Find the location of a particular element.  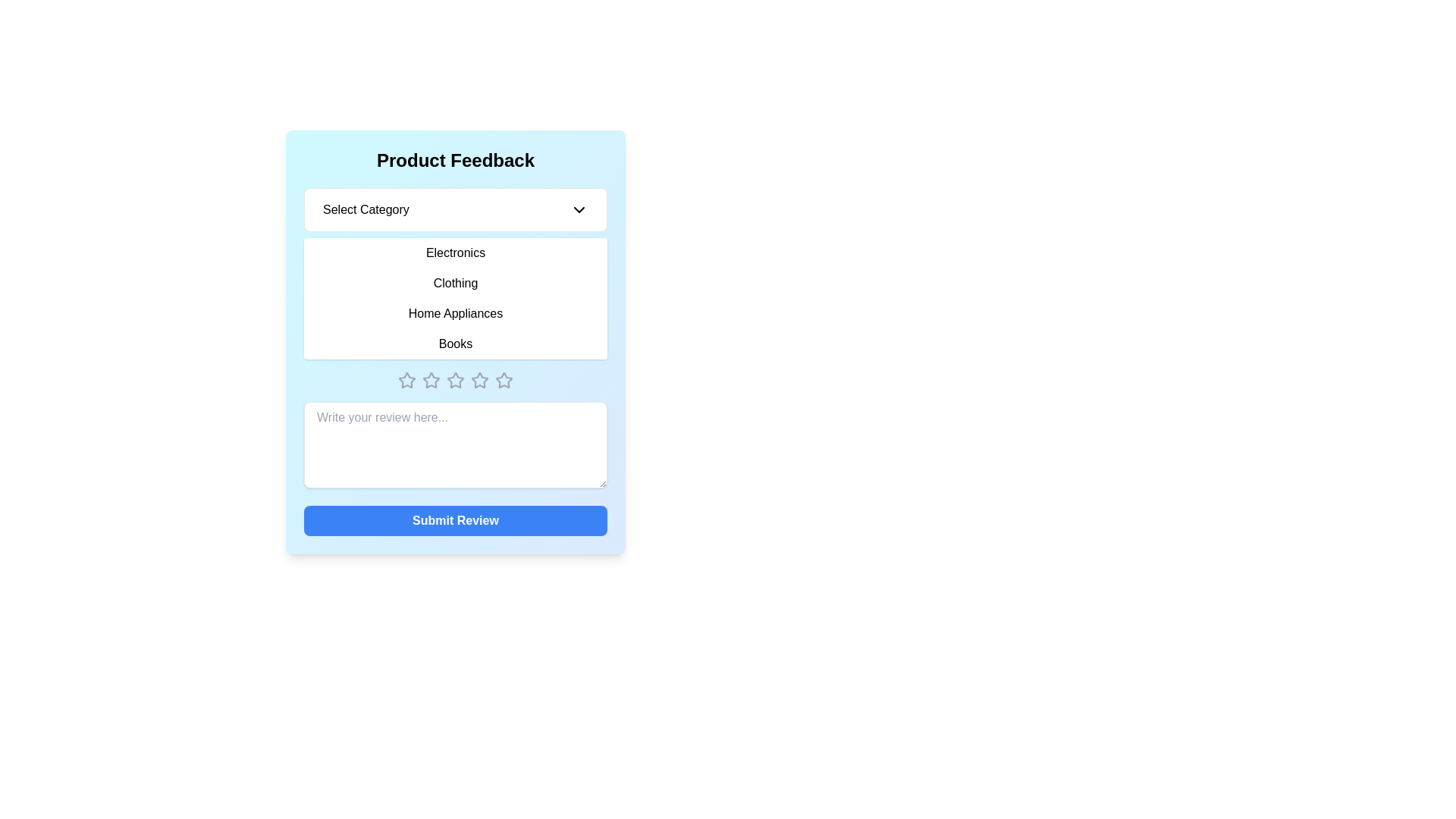

the third star icon, which is a light gray outlined star used for rating is located at coordinates (479, 379).